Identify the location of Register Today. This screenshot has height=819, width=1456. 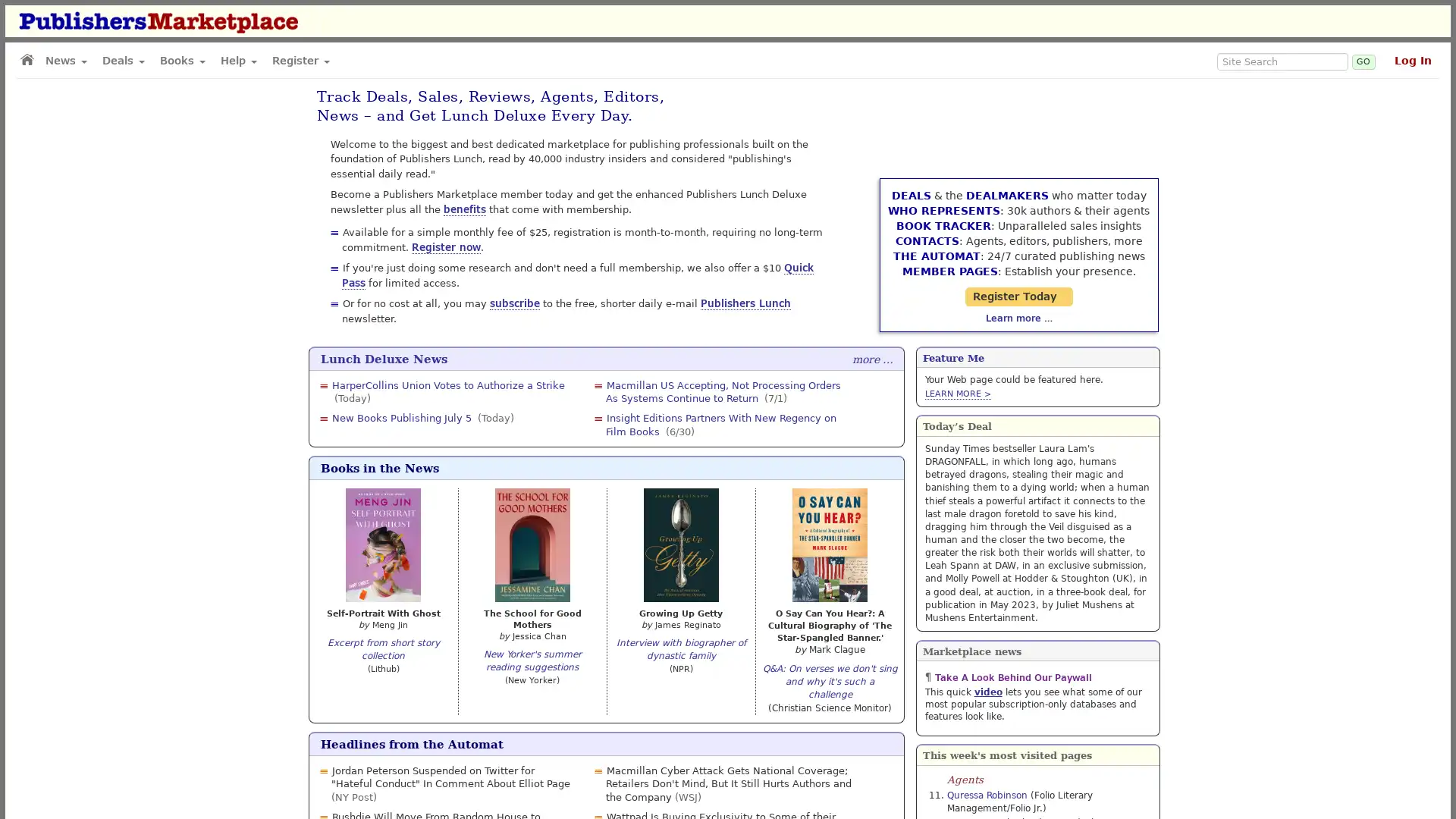
(1037, 265).